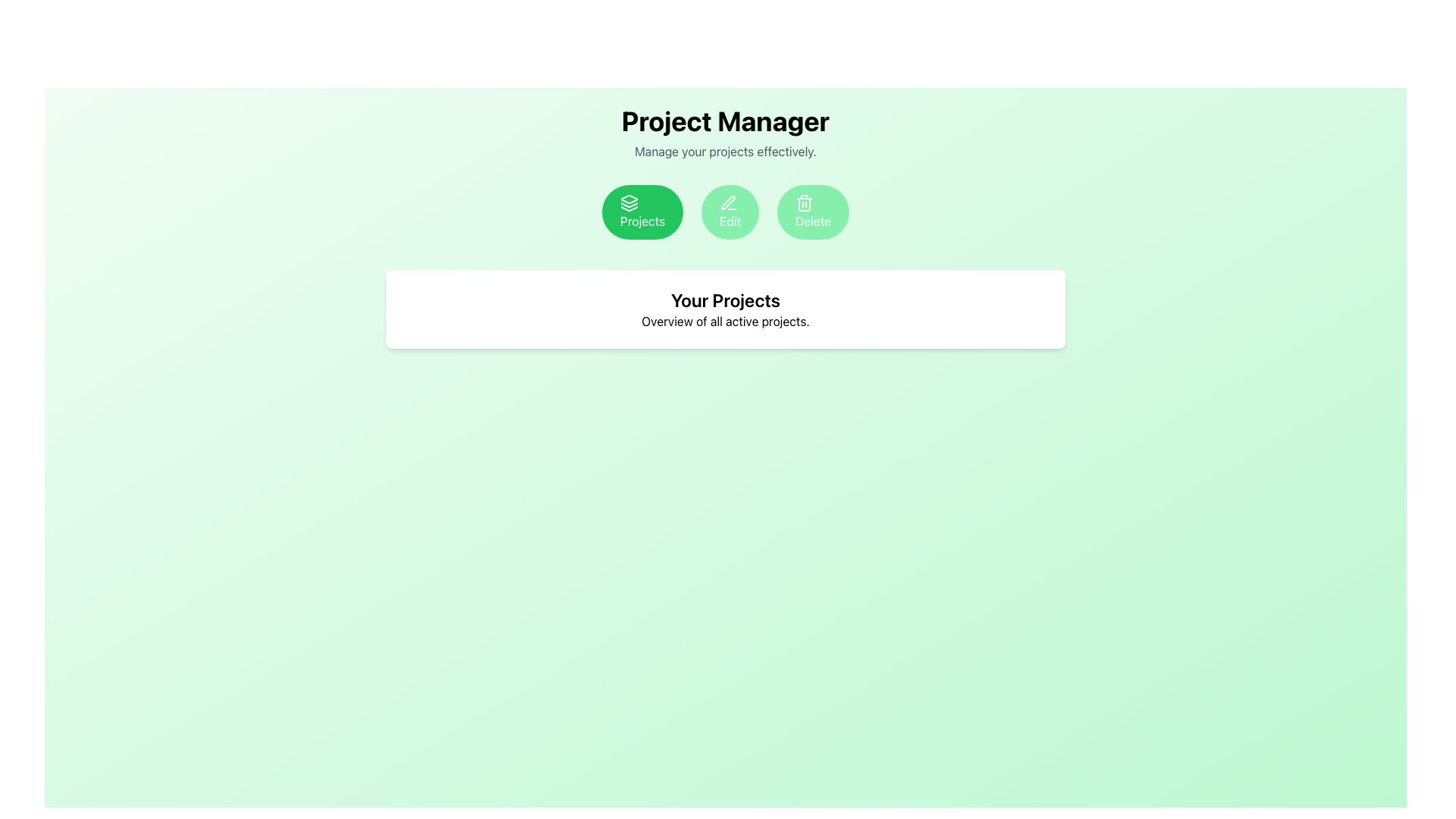 This screenshot has width=1456, height=819. What do you see at coordinates (803, 202) in the screenshot?
I see `the Trash Can icon within the green circular button, which represents the delete action and is the third button under the 'Project Manager' headline` at bounding box center [803, 202].